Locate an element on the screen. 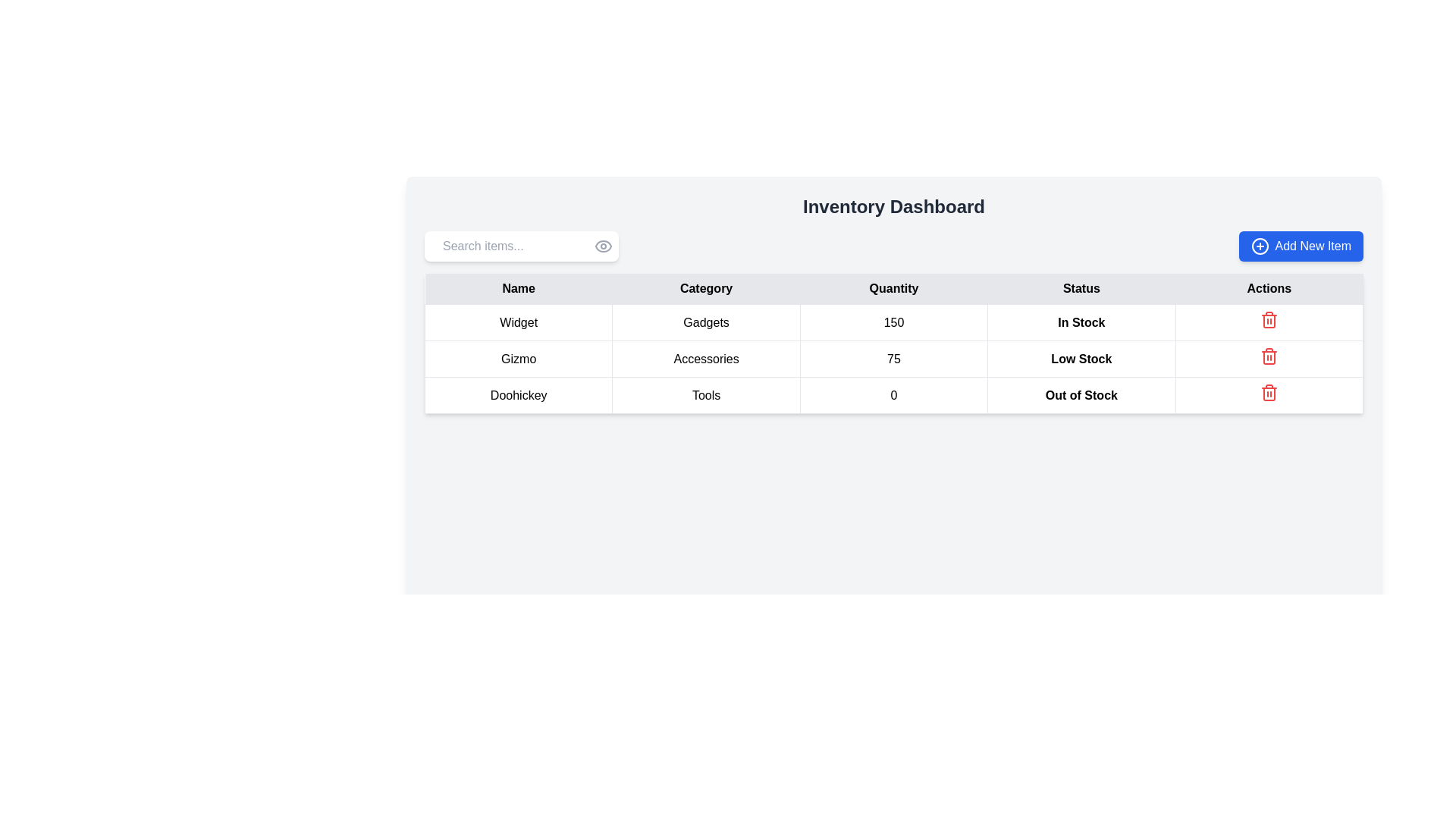 The height and width of the screenshot is (819, 1456). the delete icon button associated with the 'Gizmo' product in the inventory layout is located at coordinates (1269, 359).